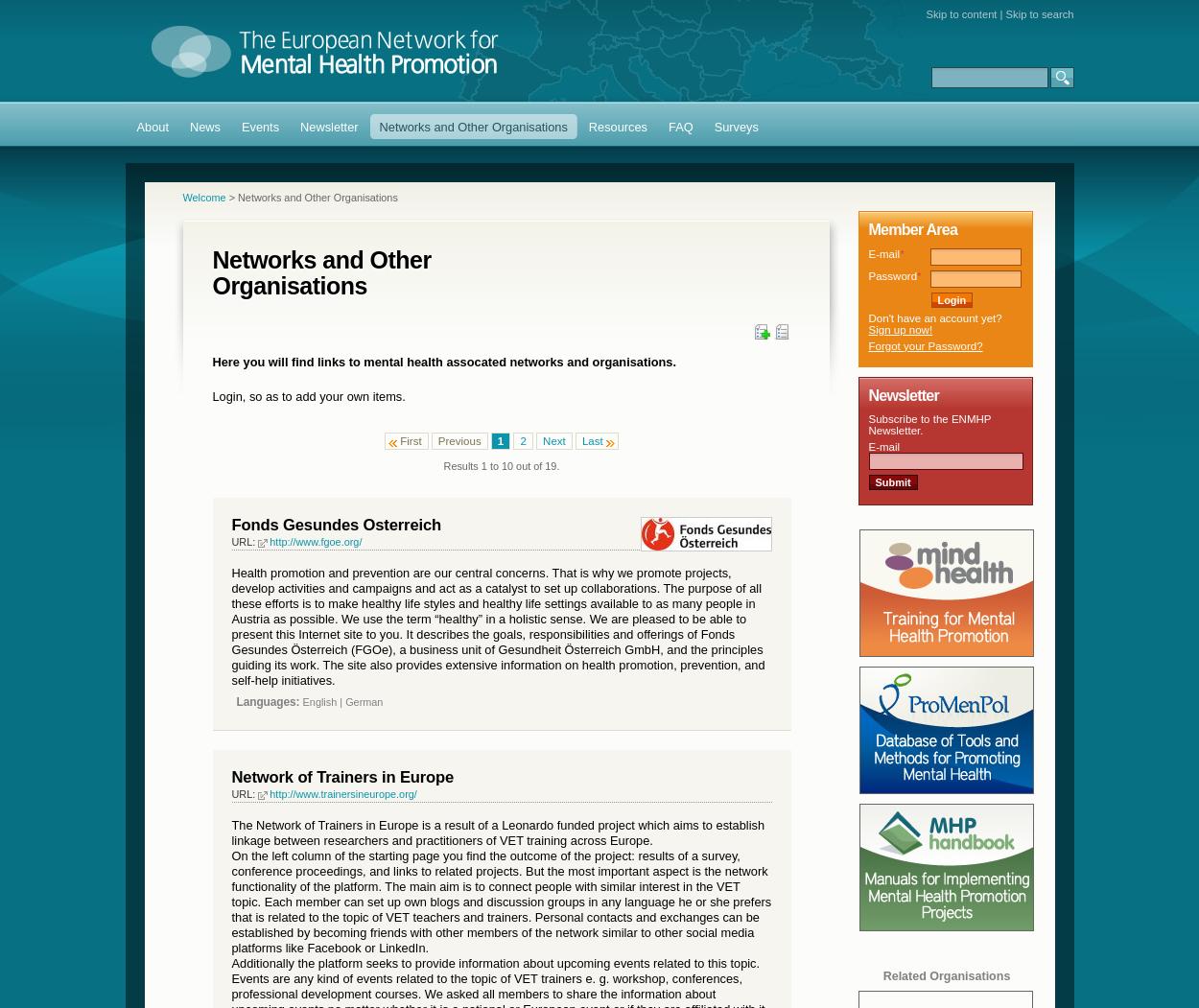 Image resolution: width=1199 pixels, height=1008 pixels. What do you see at coordinates (269, 700) in the screenshot?
I see `'Languages:'` at bounding box center [269, 700].